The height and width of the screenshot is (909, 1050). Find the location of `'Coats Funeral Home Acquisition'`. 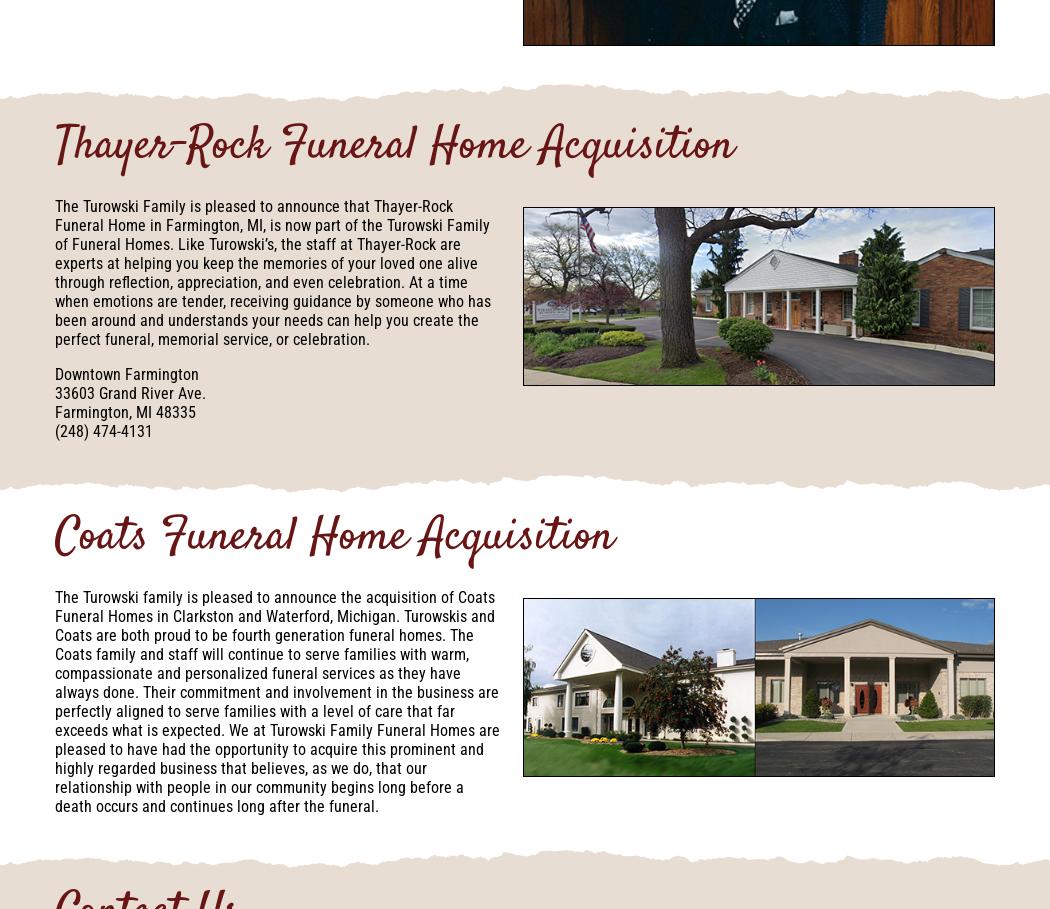

'Coats Funeral Home Acquisition' is located at coordinates (334, 538).